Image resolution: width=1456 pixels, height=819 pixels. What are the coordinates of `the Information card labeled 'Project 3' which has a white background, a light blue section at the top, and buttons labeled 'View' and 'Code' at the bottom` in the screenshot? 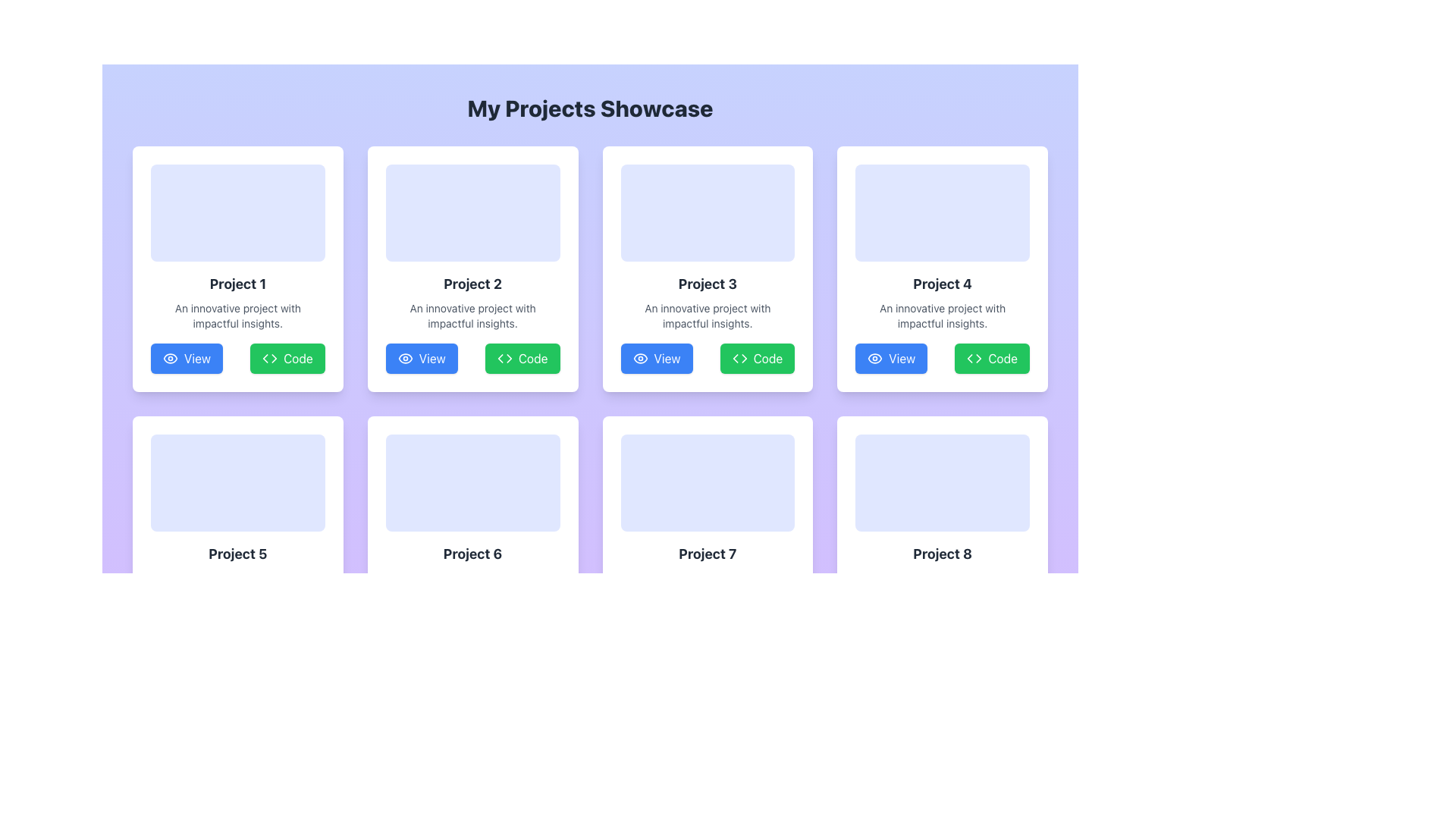 It's located at (707, 268).